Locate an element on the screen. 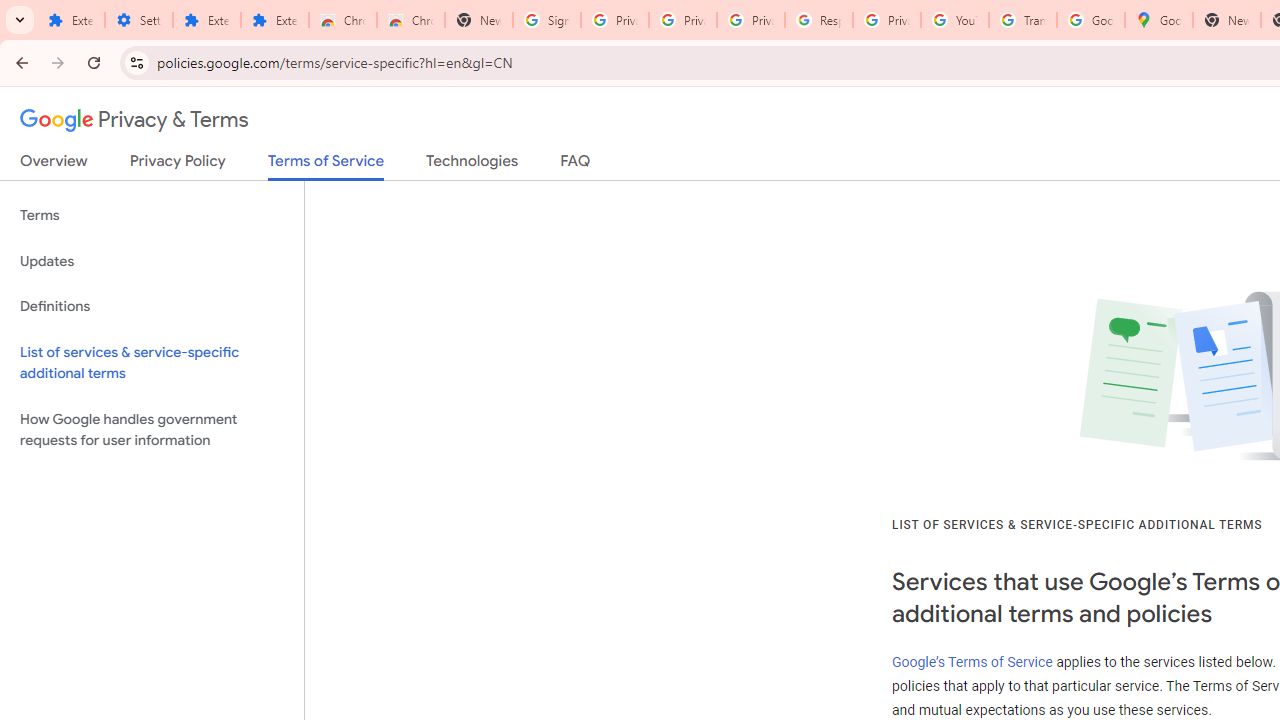  'Chrome Web Store' is located at coordinates (343, 20).